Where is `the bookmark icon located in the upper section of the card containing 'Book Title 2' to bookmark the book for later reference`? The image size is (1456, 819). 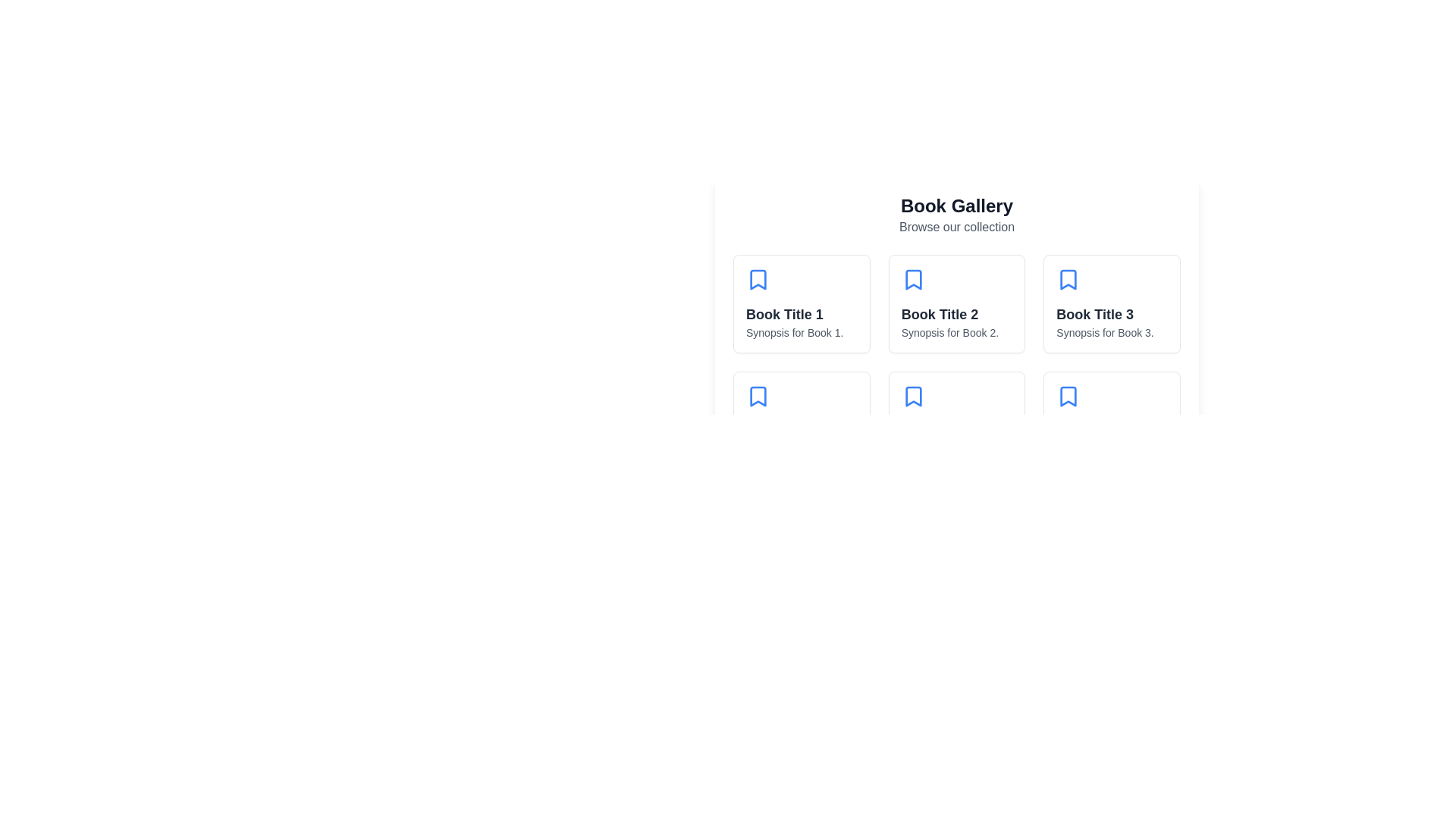 the bookmark icon located in the upper section of the card containing 'Book Title 2' to bookmark the book for later reference is located at coordinates (912, 280).